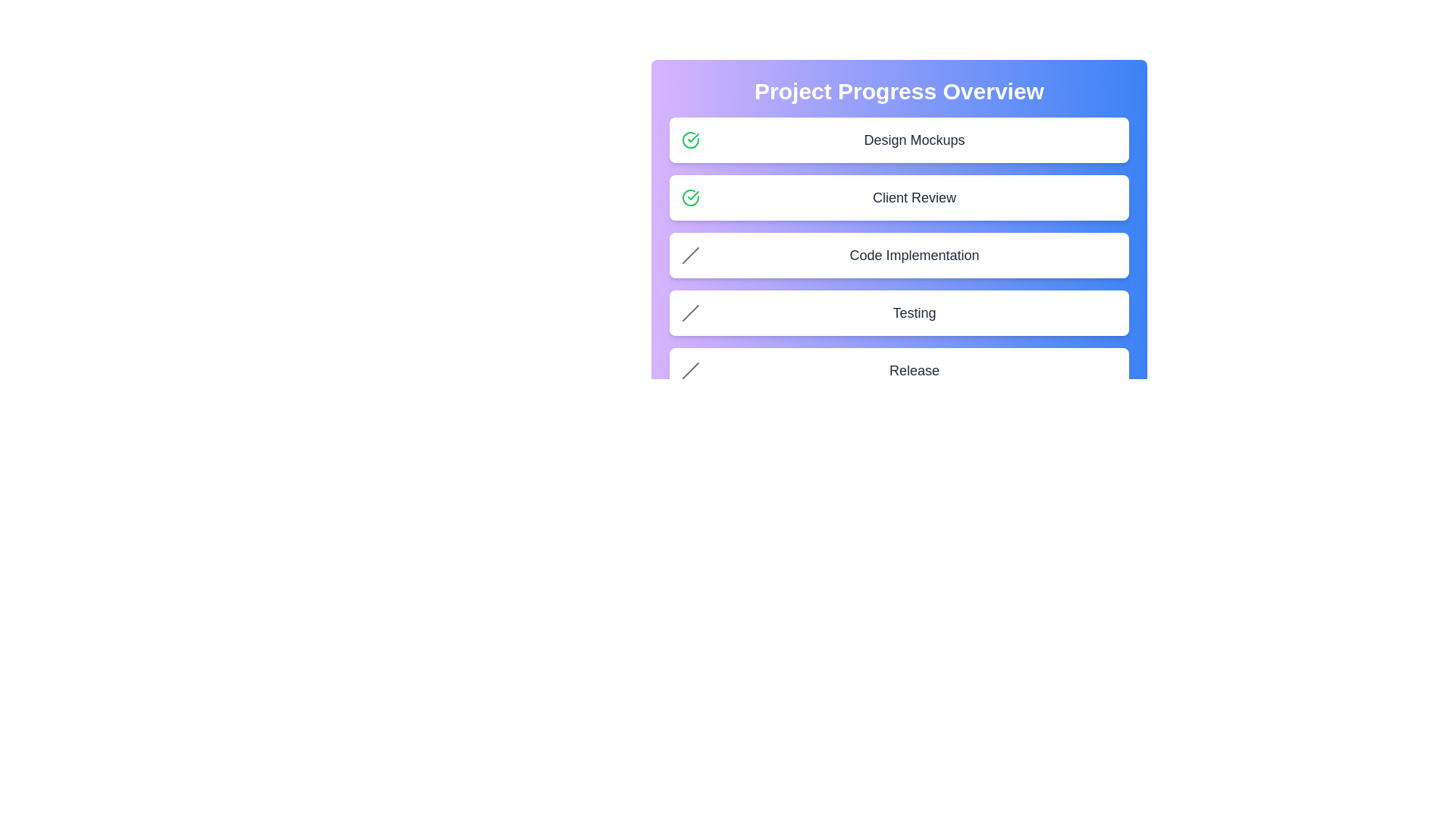 The width and height of the screenshot is (1456, 819). I want to click on the icon resembling a forward slash located within the line item labeled 'Testing' in the 'Project Progress Overview' panel, so click(690, 312).